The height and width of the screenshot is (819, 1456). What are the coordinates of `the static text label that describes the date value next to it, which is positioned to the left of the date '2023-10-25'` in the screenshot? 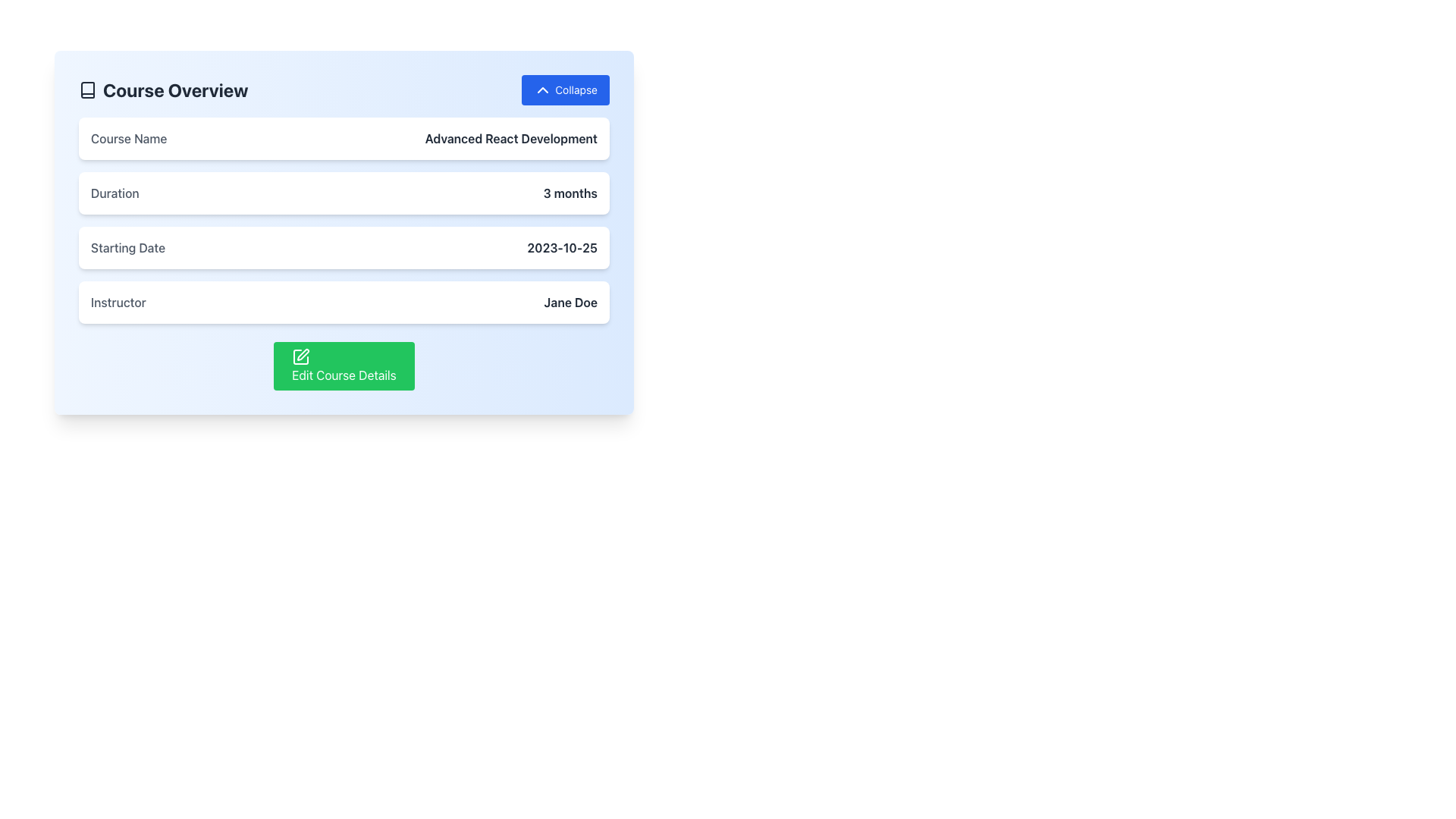 It's located at (128, 247).